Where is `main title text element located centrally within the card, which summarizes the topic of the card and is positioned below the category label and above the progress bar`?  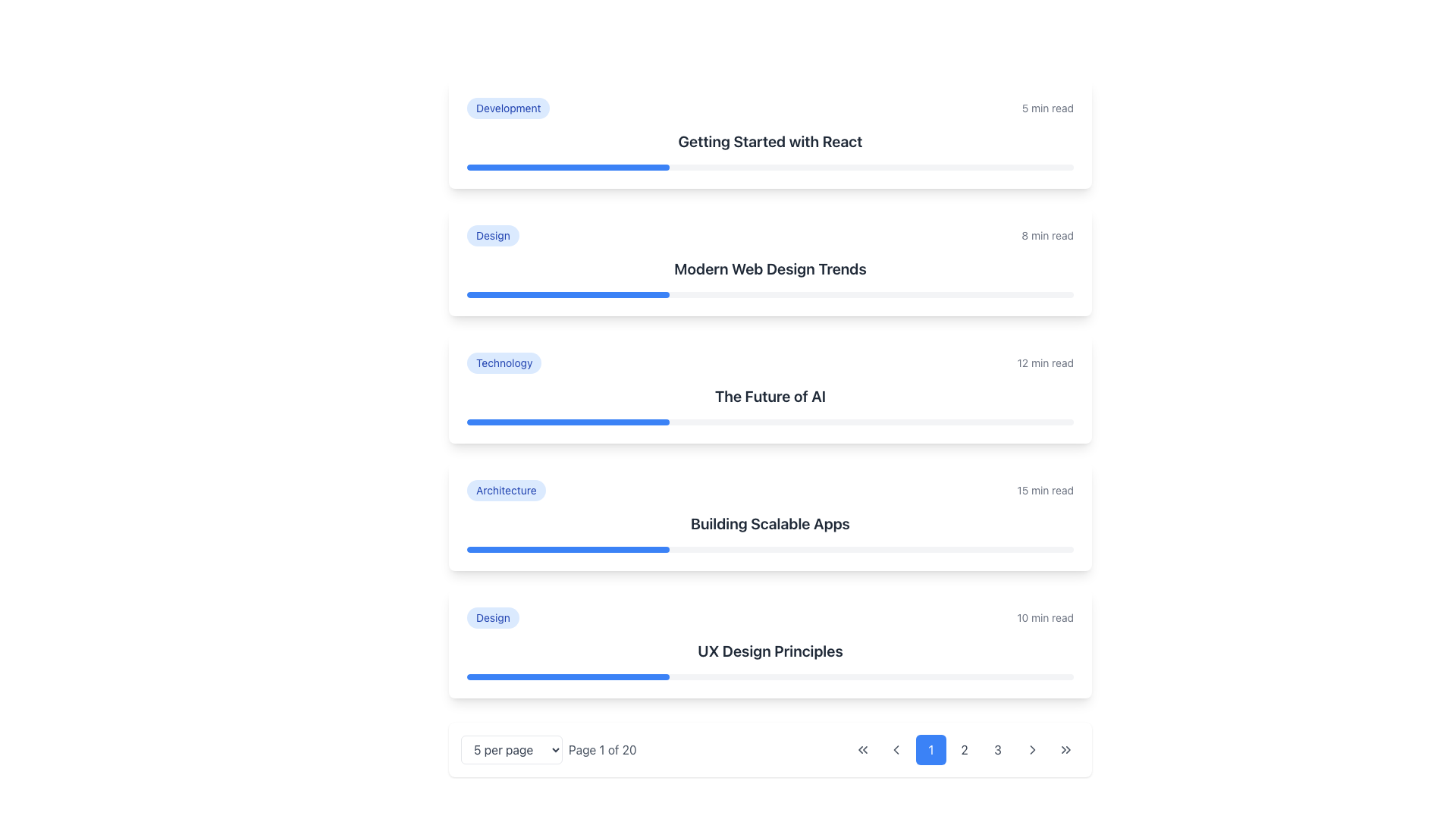 main title text element located centrally within the card, which summarizes the topic of the card and is positioned below the category label and above the progress bar is located at coordinates (770, 396).